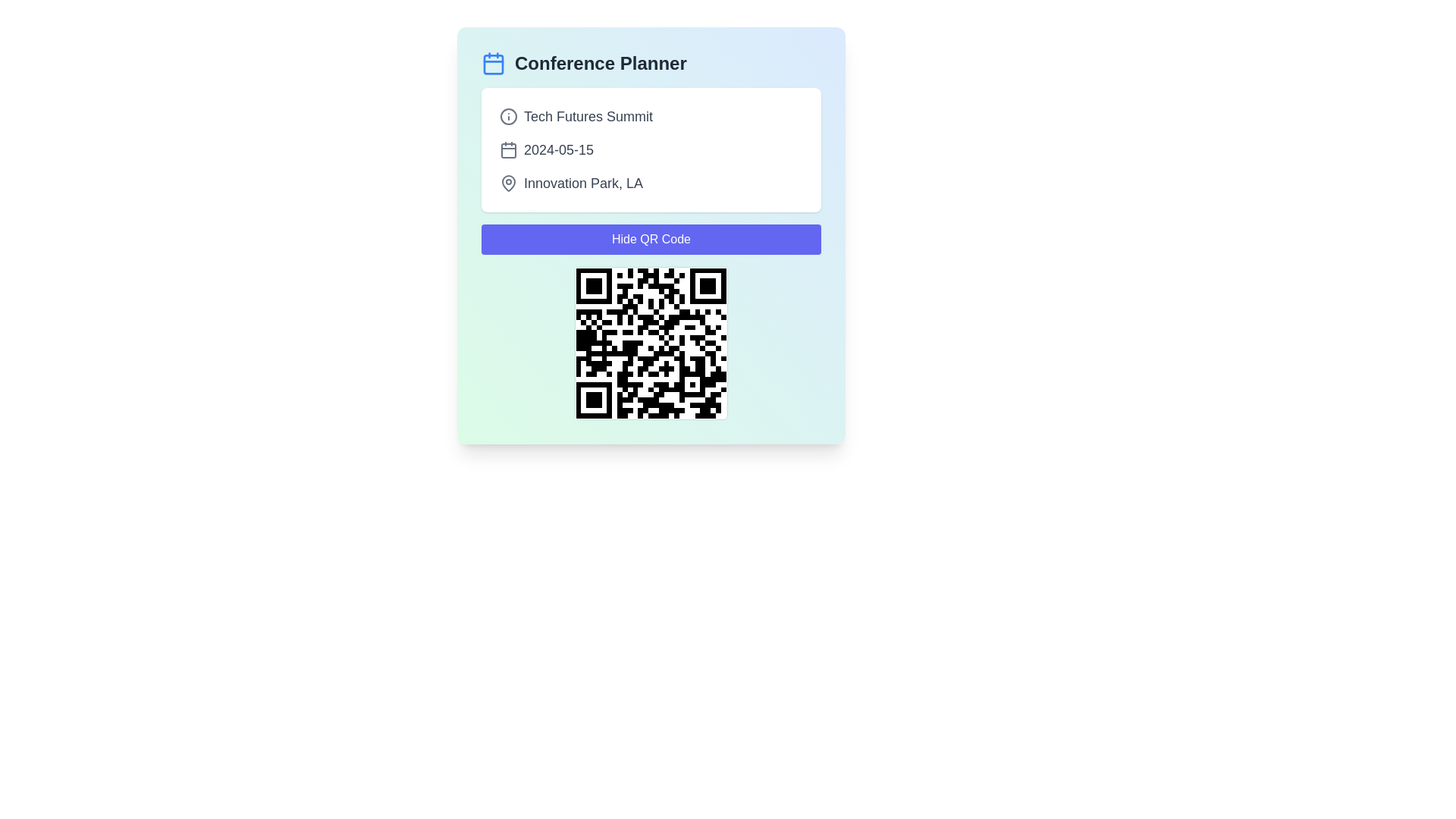 Image resolution: width=1456 pixels, height=819 pixels. I want to click on the QR code image with a black-and-white grid pattern, which is prominently displayed, so click(651, 343).